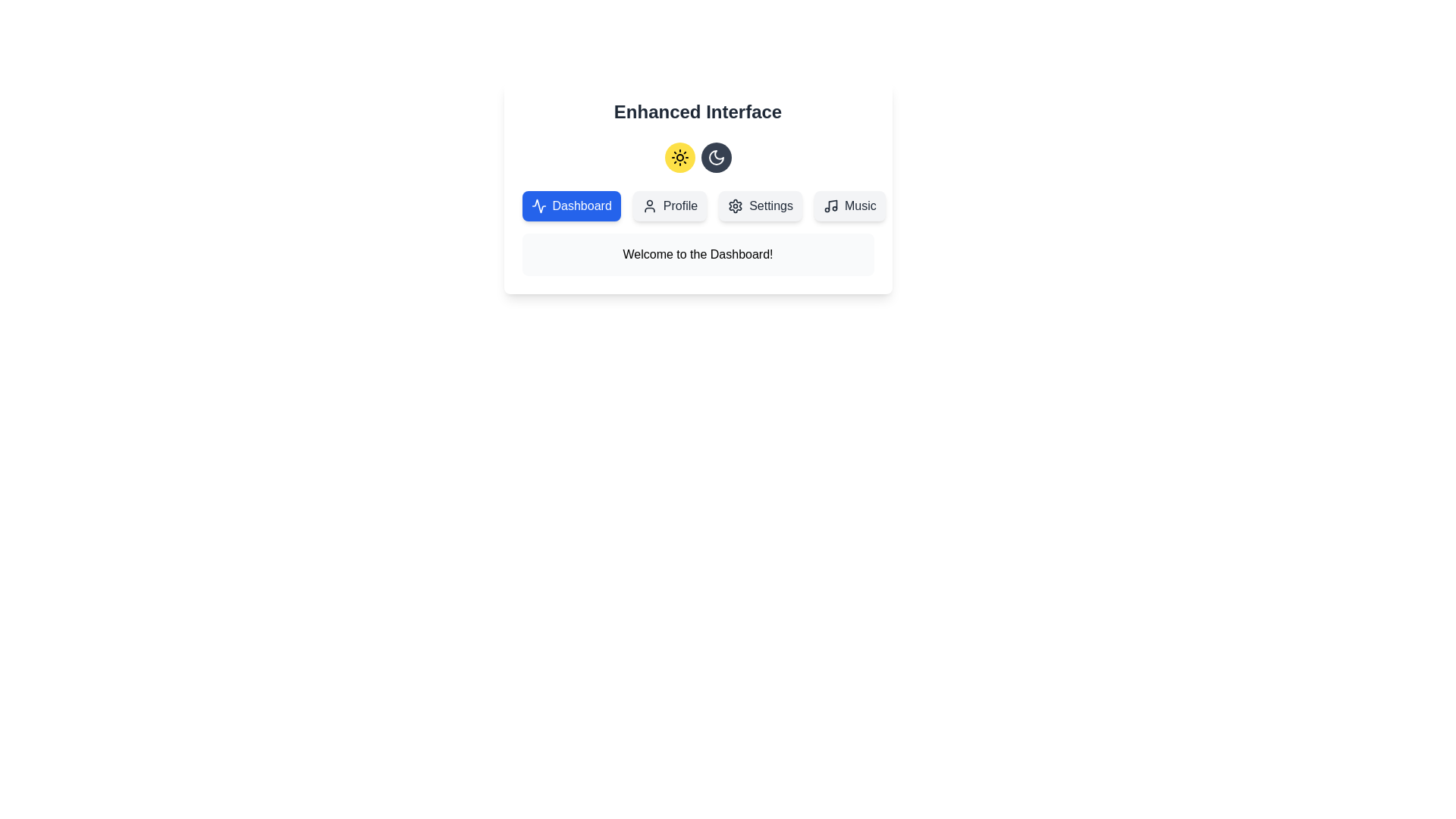 This screenshot has width=1456, height=819. Describe the element at coordinates (679, 206) in the screenshot. I see `the text label that serves as a link for navigating to the user's profile section` at that location.